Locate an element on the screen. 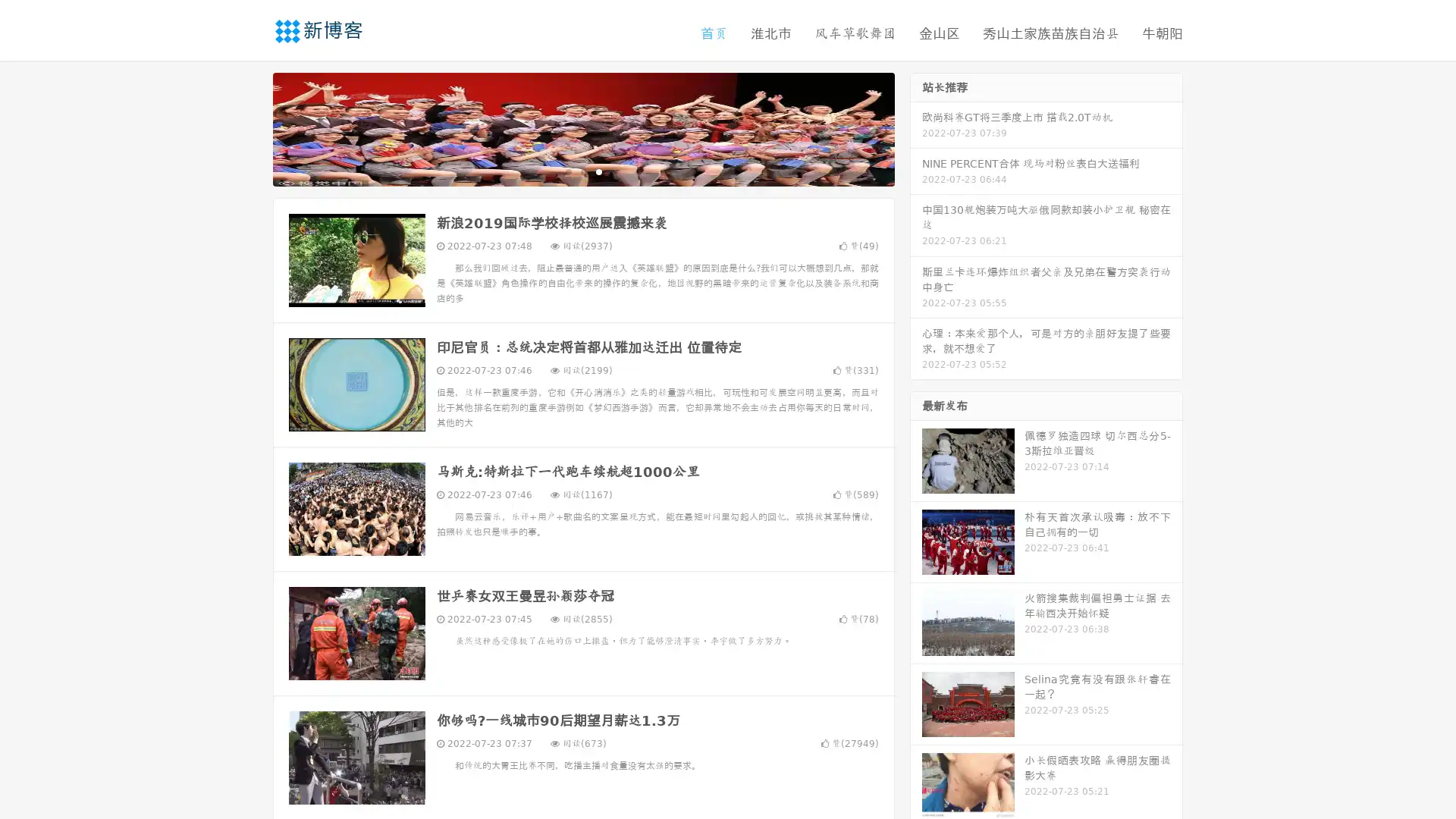 The width and height of the screenshot is (1456, 819). Next slide is located at coordinates (916, 127).